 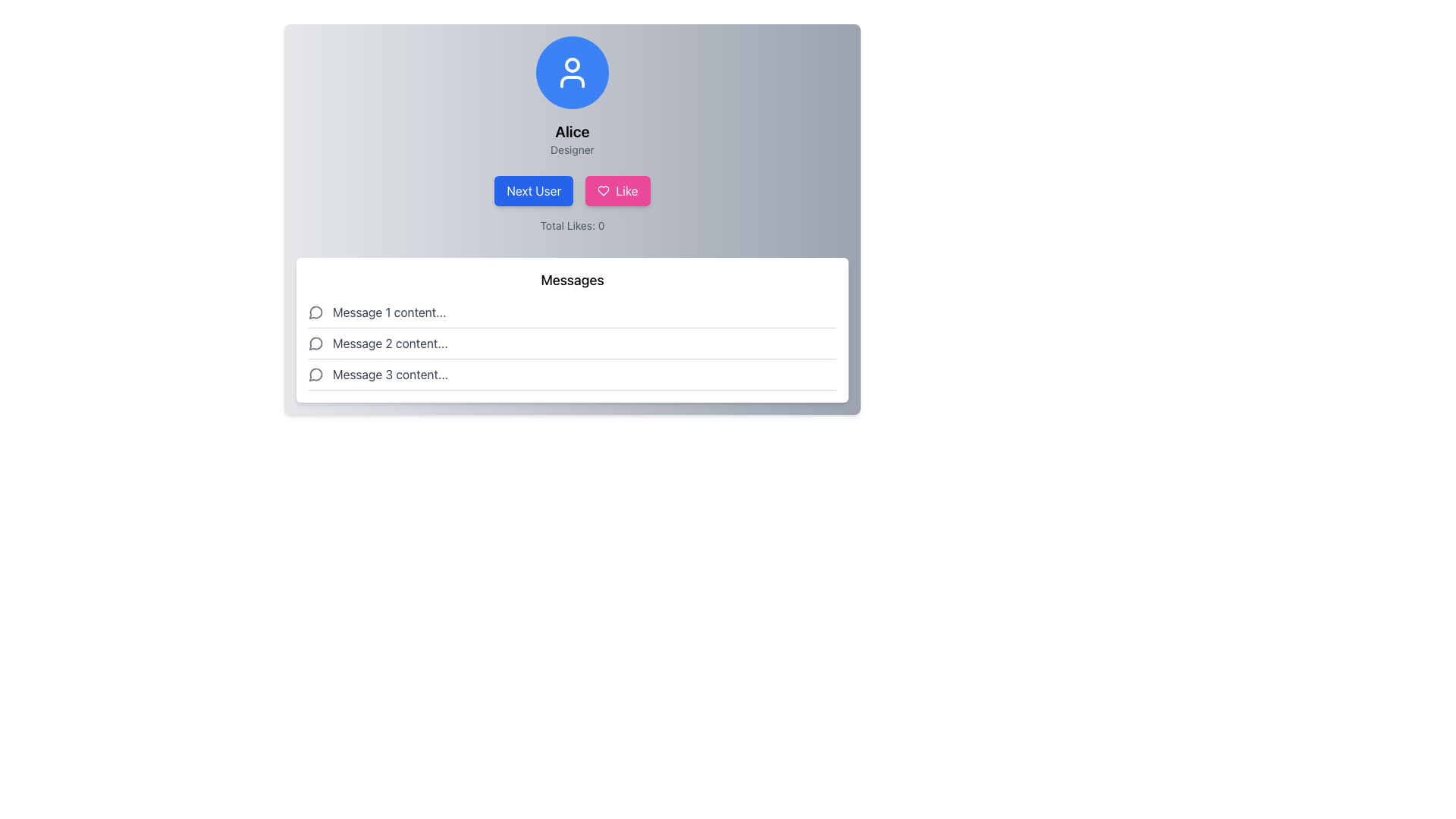 I want to click on the static text element displaying 'Total Likes: 0', which is styled with a small font size and gray color, located below the 'Next User' and 'Like' buttons, so click(x=571, y=225).